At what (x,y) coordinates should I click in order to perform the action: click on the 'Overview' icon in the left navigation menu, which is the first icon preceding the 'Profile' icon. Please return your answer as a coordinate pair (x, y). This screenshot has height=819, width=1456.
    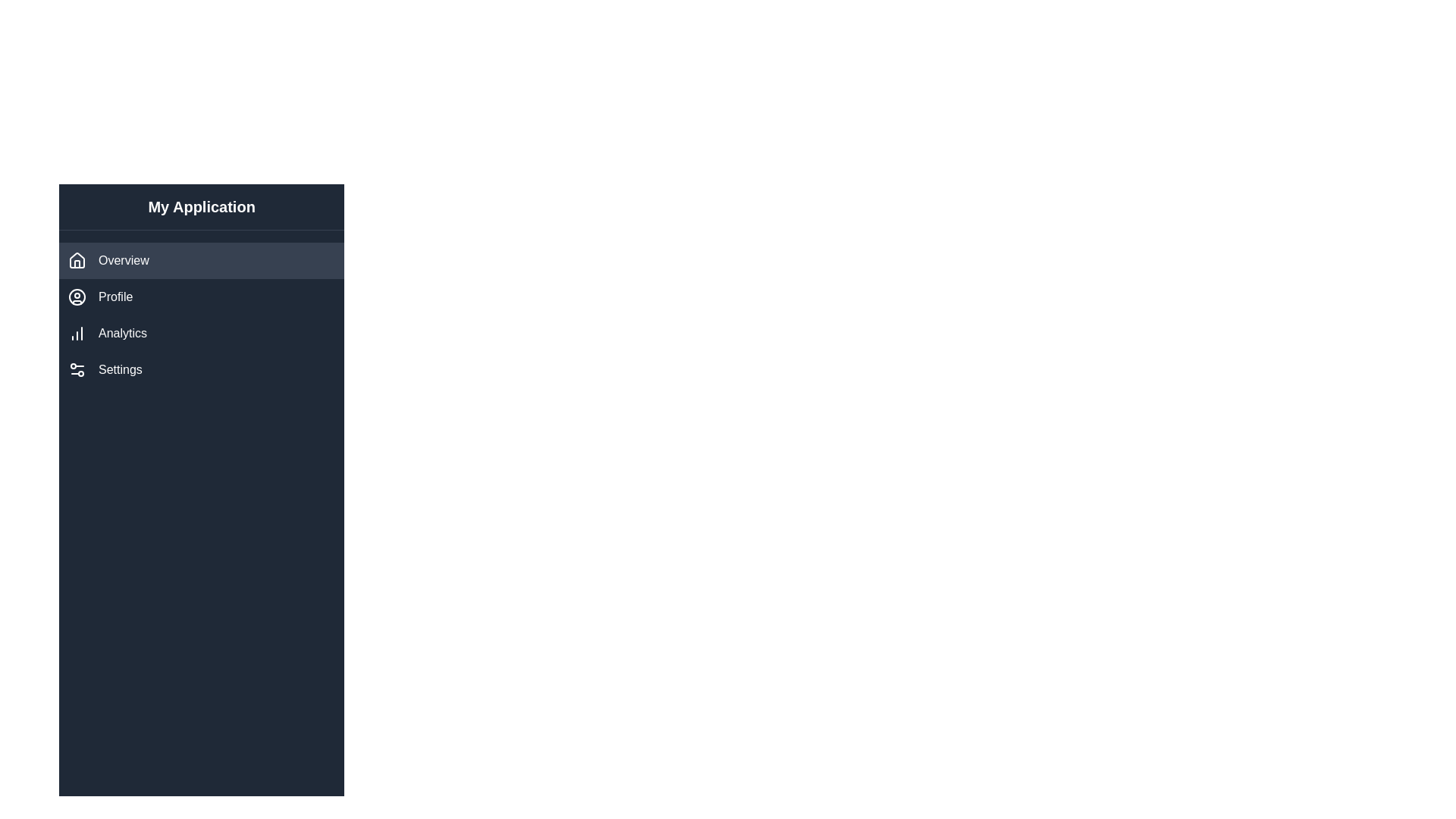
    Looking at the image, I should click on (76, 259).